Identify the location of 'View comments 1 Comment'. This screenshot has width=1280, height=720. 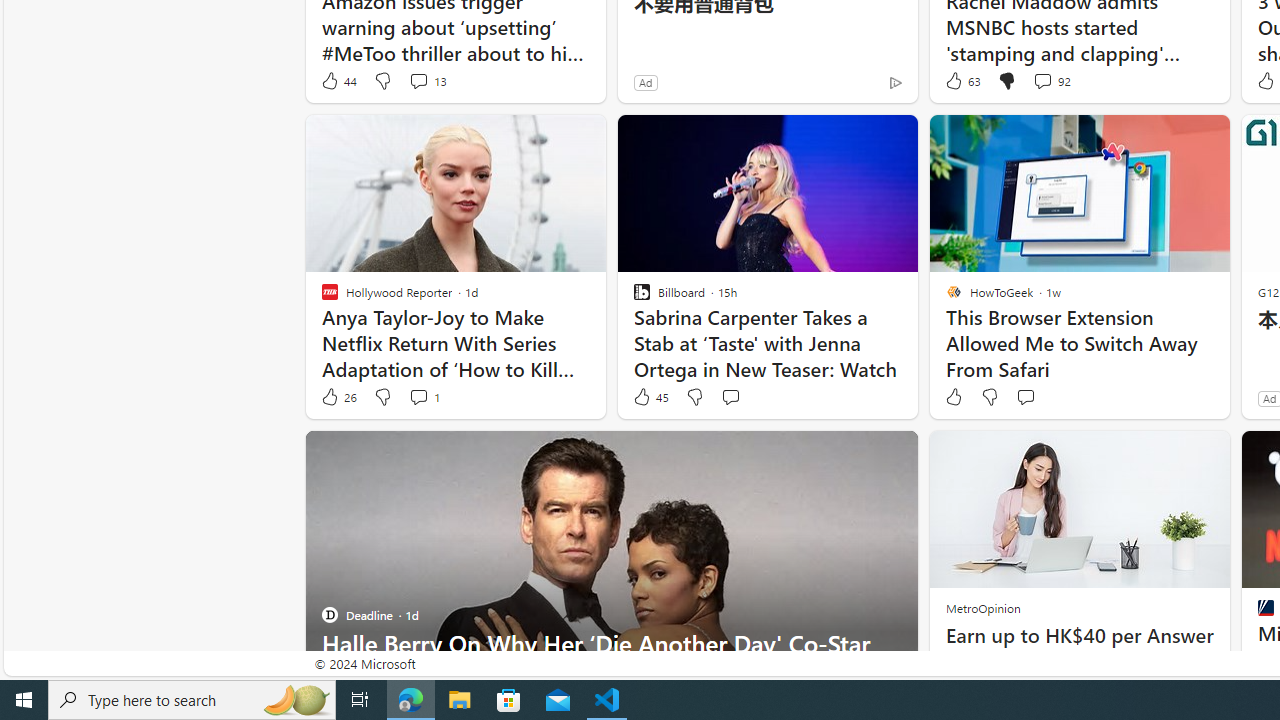
(422, 397).